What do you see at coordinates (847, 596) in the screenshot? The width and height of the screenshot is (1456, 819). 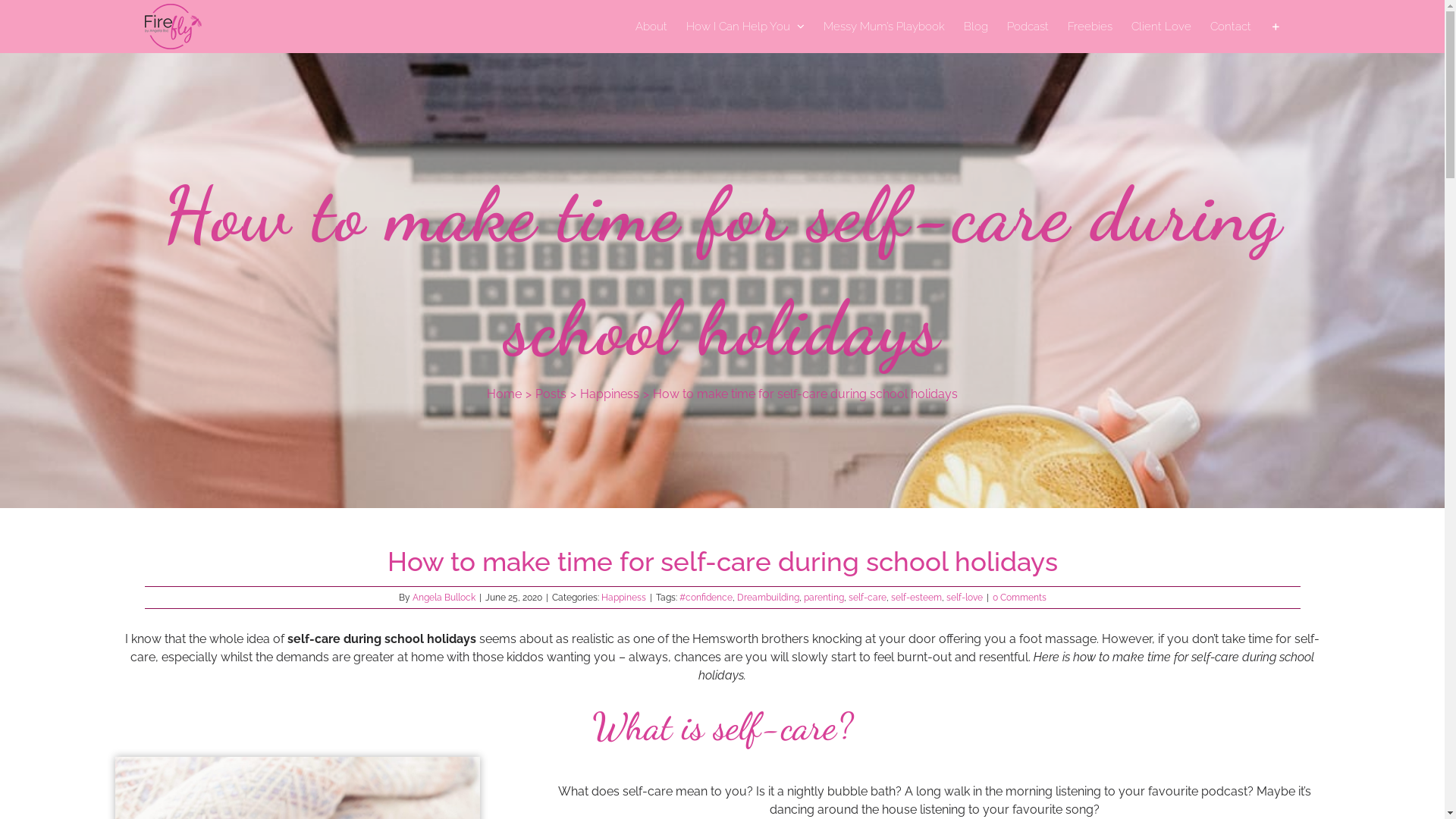 I see `'self-care'` at bounding box center [847, 596].